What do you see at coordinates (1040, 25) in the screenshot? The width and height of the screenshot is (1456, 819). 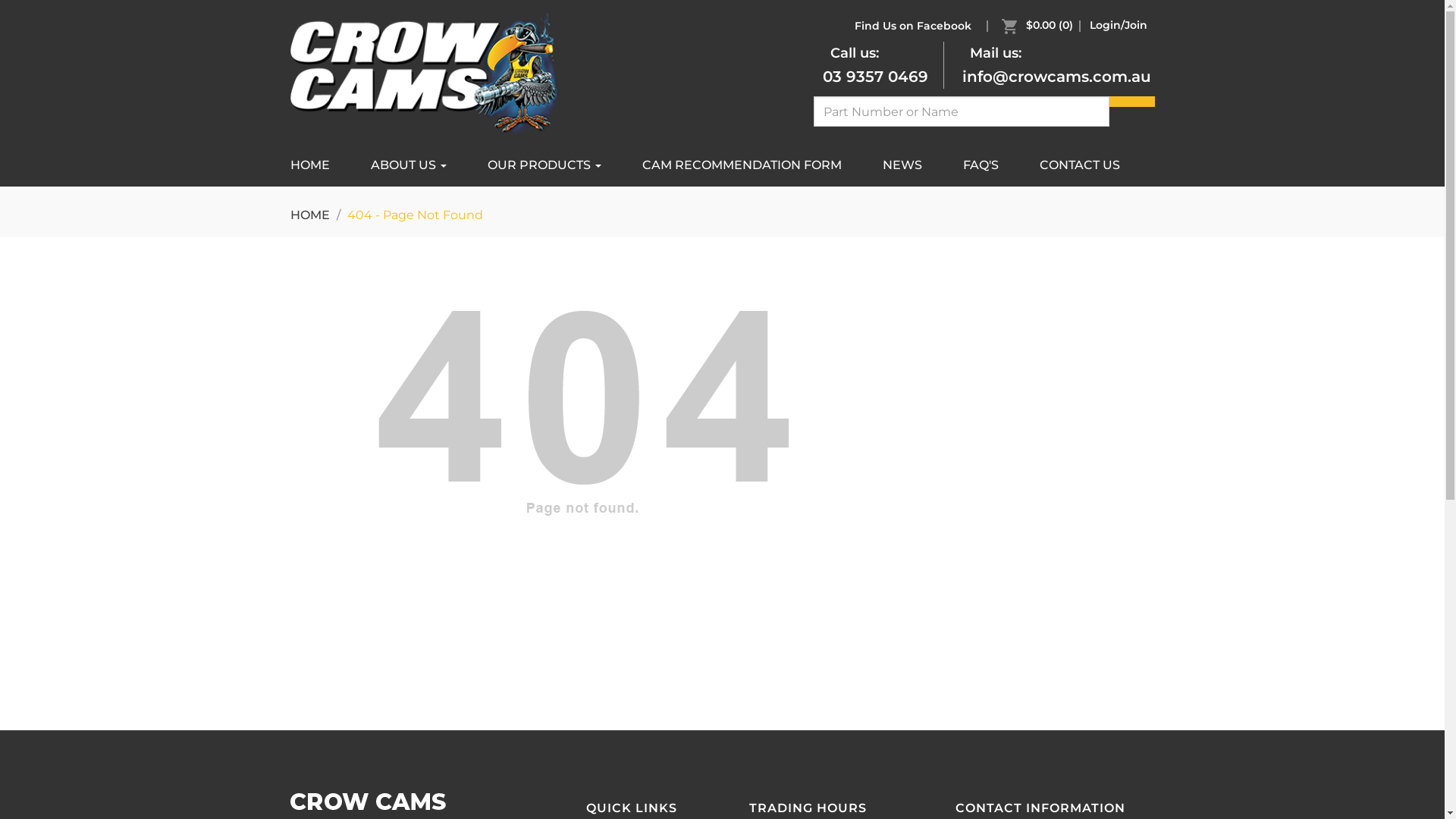 I see `'$0.00 (0)'` at bounding box center [1040, 25].